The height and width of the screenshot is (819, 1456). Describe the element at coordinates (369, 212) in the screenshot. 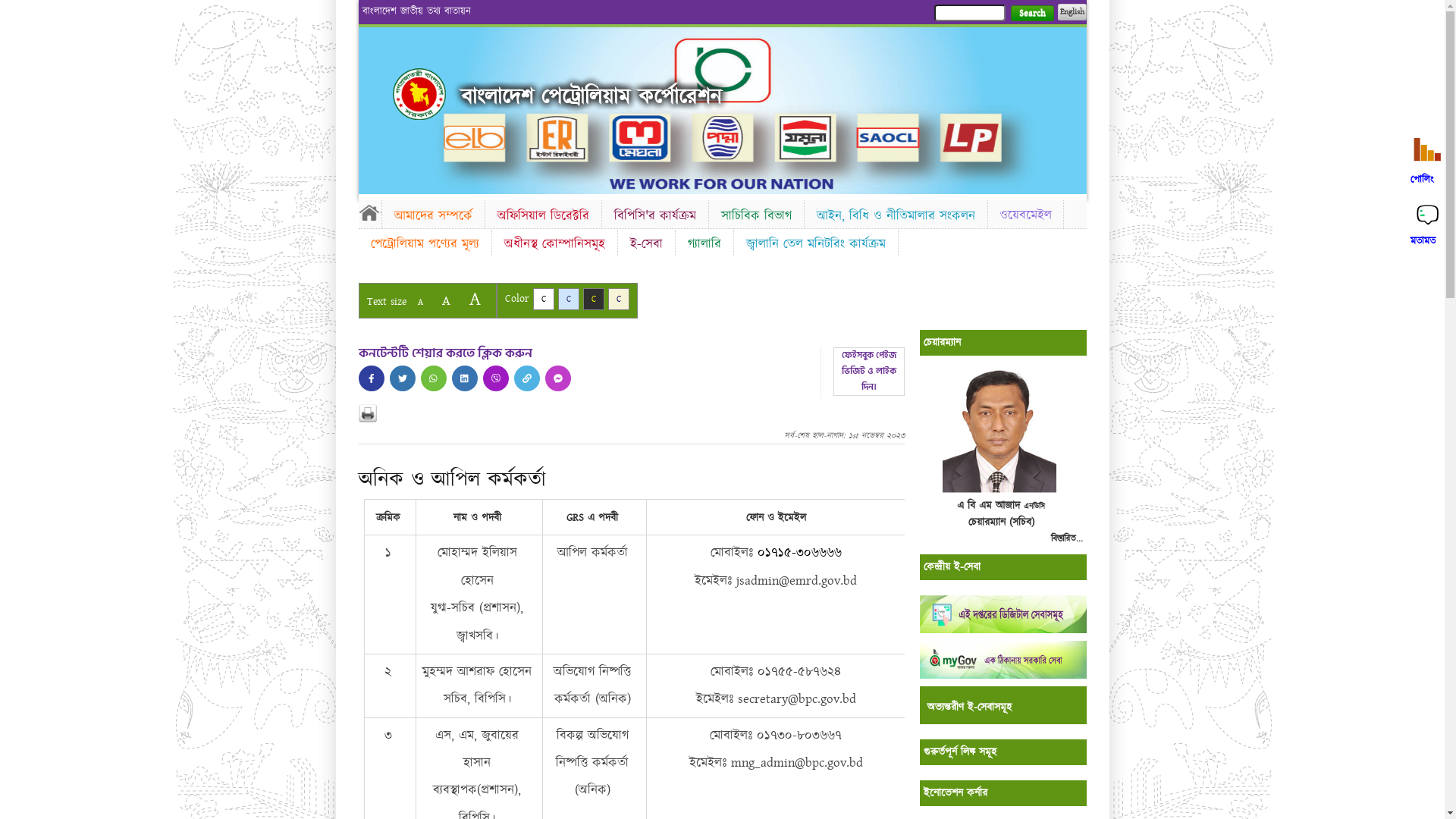

I see `'Home'` at that location.